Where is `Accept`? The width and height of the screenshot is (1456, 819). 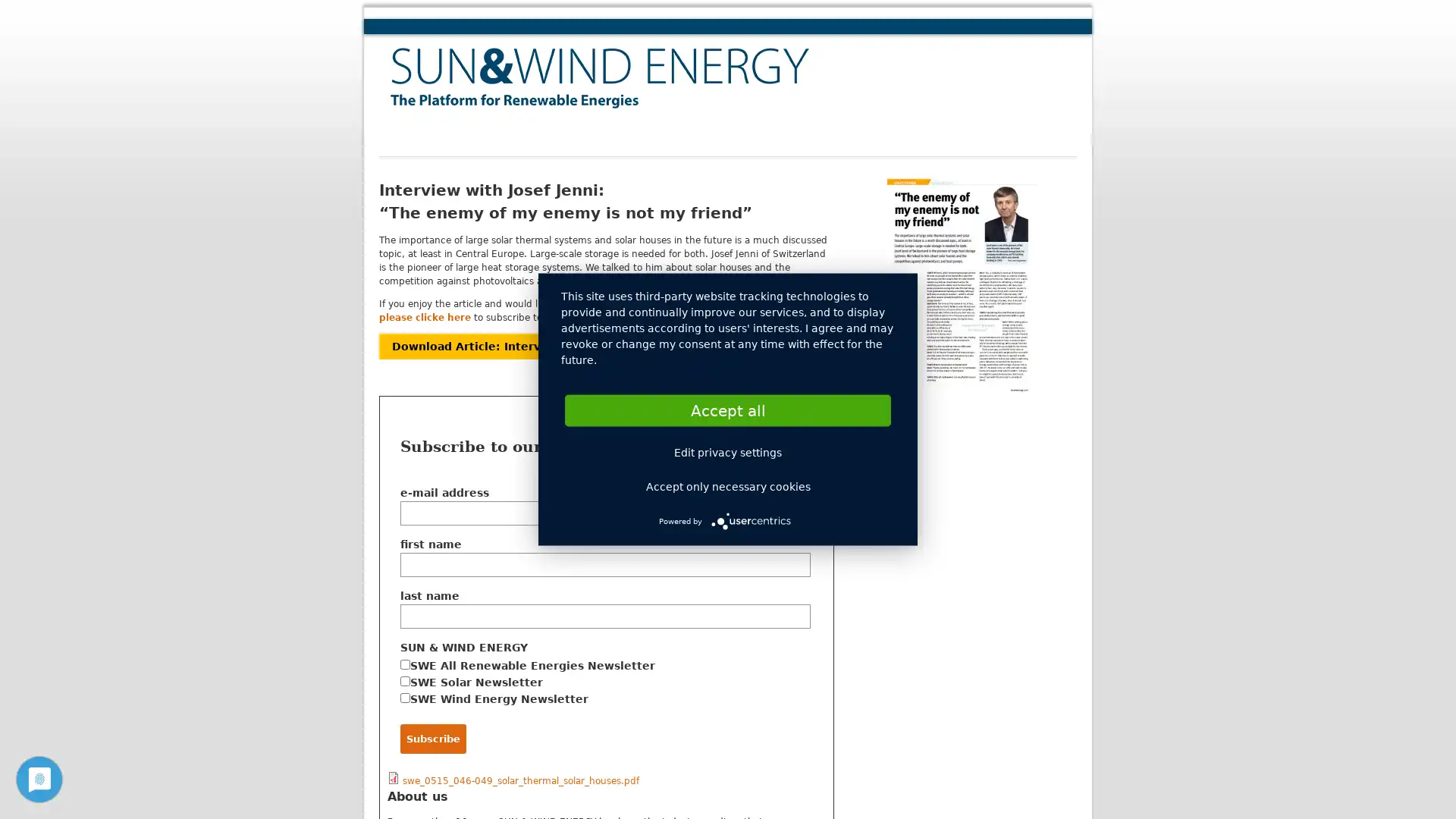
Accept is located at coordinates (728, 409).